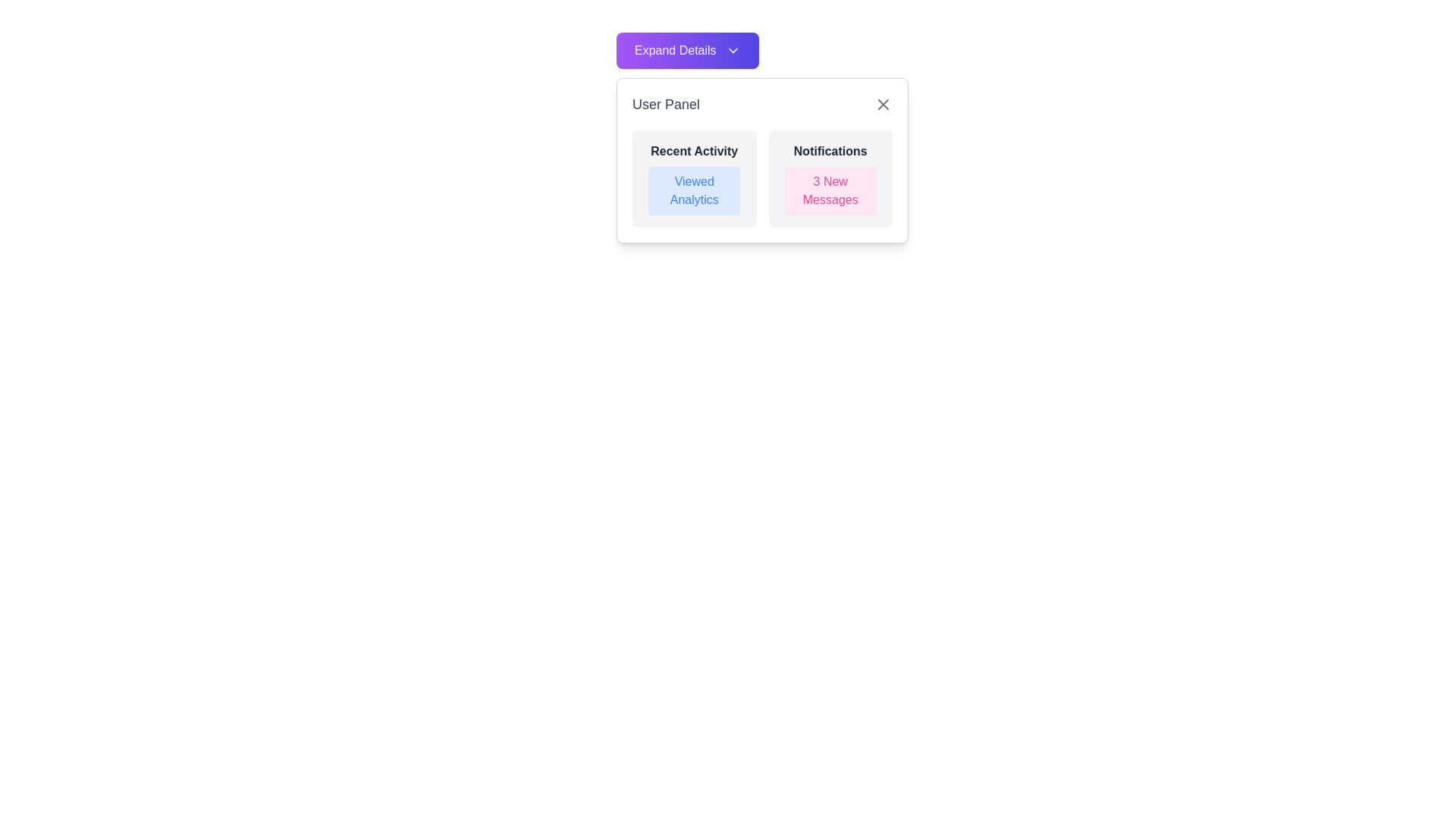  Describe the element at coordinates (693, 177) in the screenshot. I see `the Informational Widget, which features a light gray background, rounded corners, and contains the title 'Recent Activity' and the text 'Viewed Analytics'` at that location.